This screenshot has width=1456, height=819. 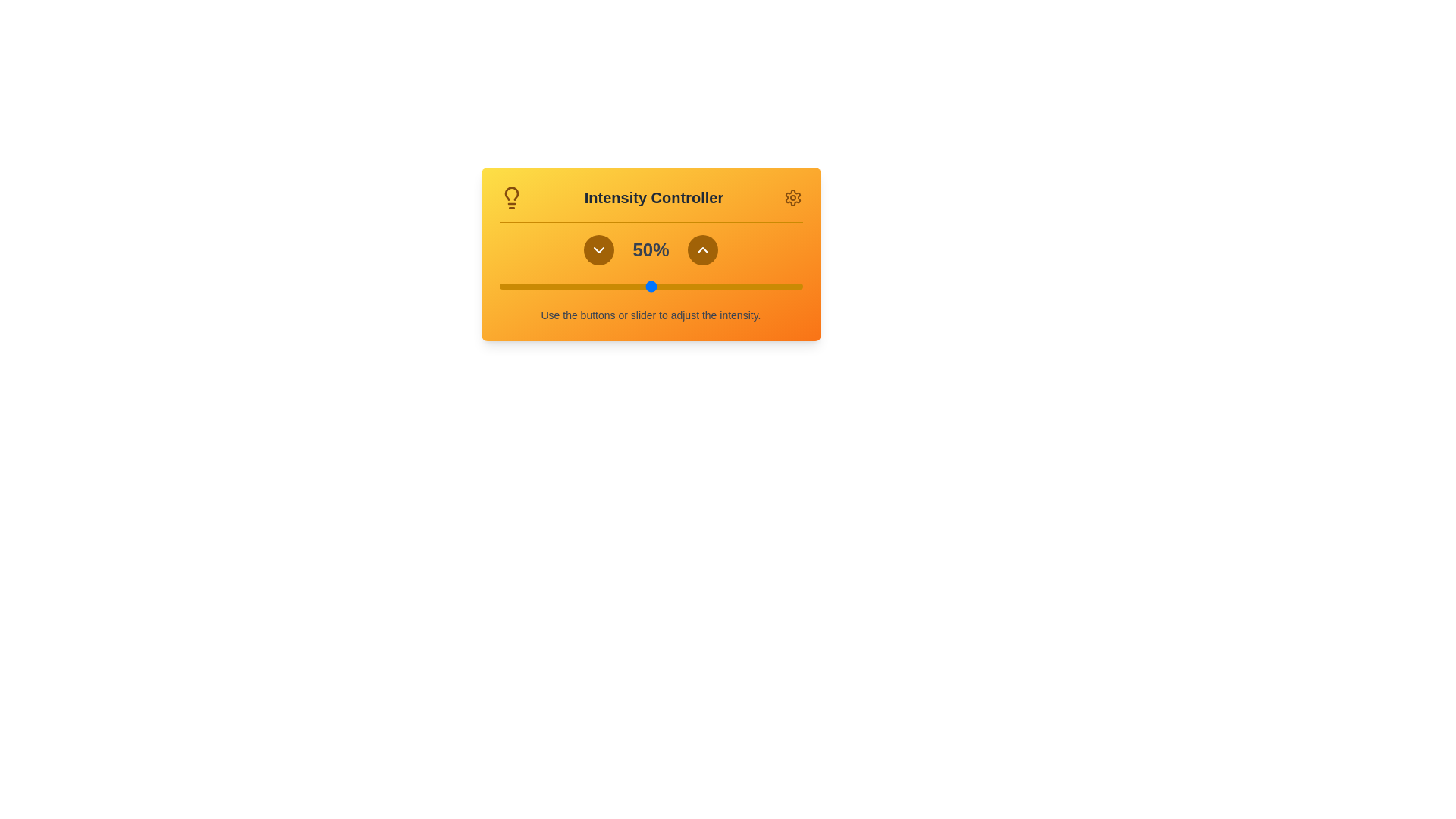 What do you see at coordinates (651, 249) in the screenshot?
I see `the text label that displays the current intensity value, which is centrally located between the two arrow buttons in the interface` at bounding box center [651, 249].